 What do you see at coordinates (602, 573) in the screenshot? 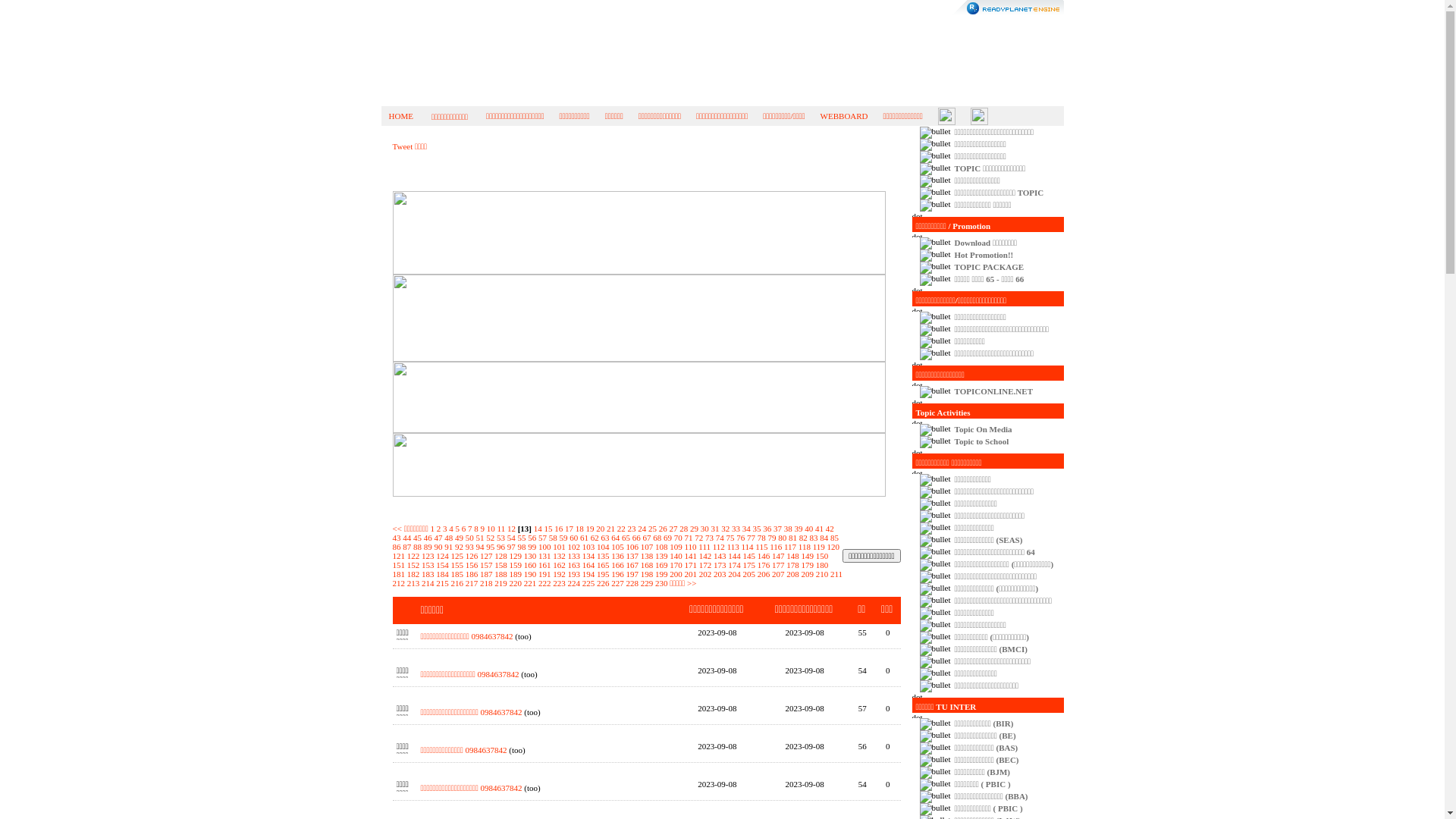
I see `'195'` at bounding box center [602, 573].